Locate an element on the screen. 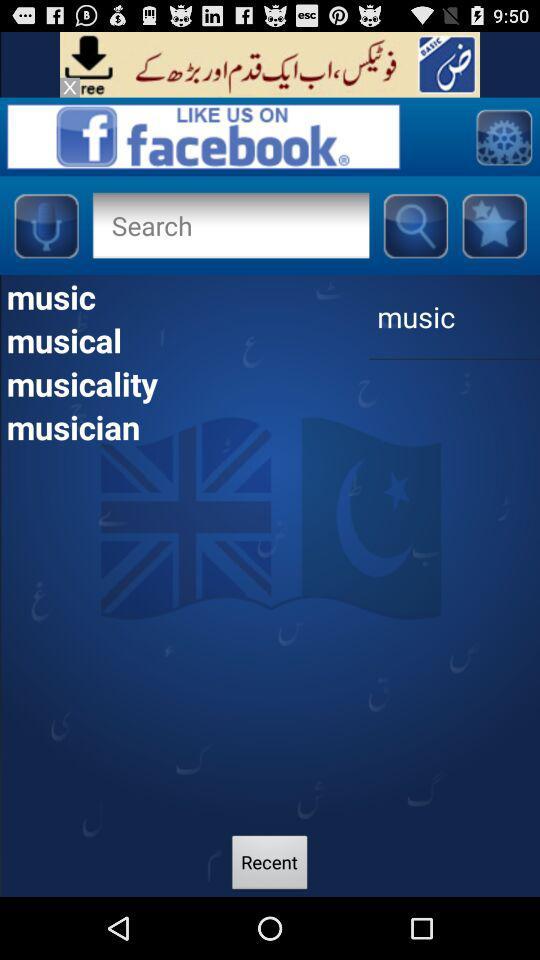 This screenshot has height=960, width=540. site is located at coordinates (270, 64).